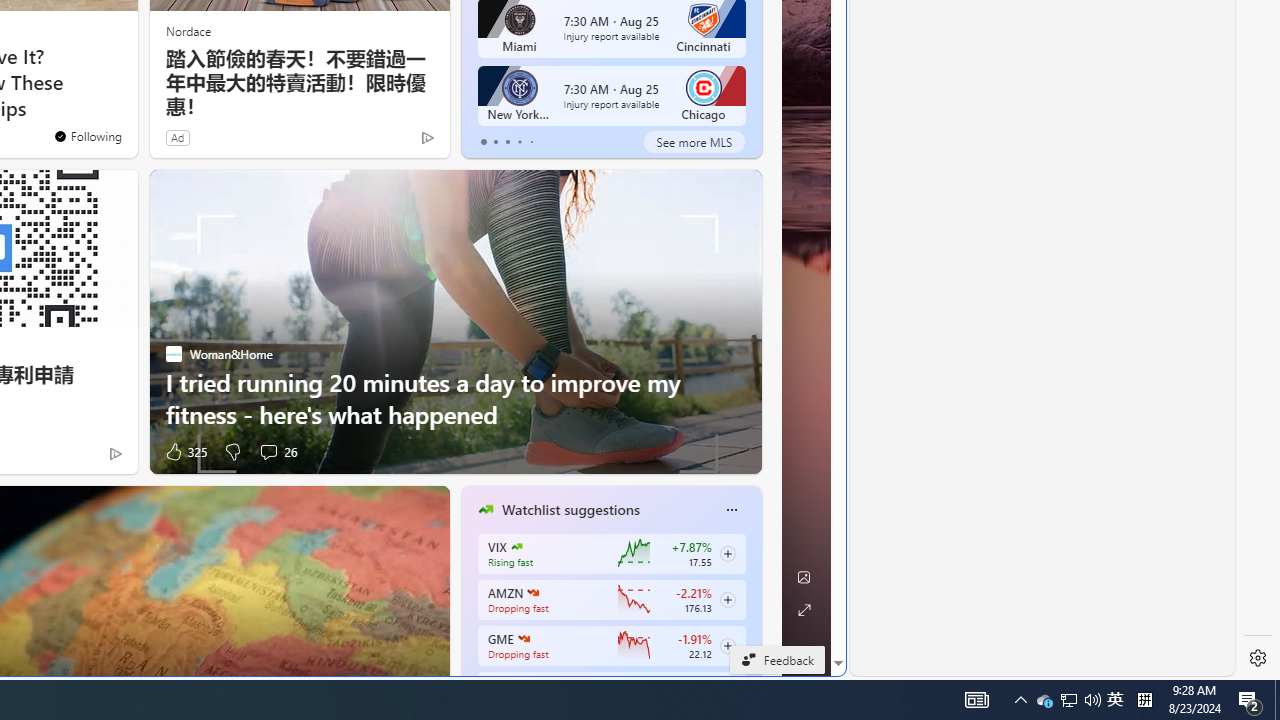  I want to click on 'Expand background', so click(803, 609).